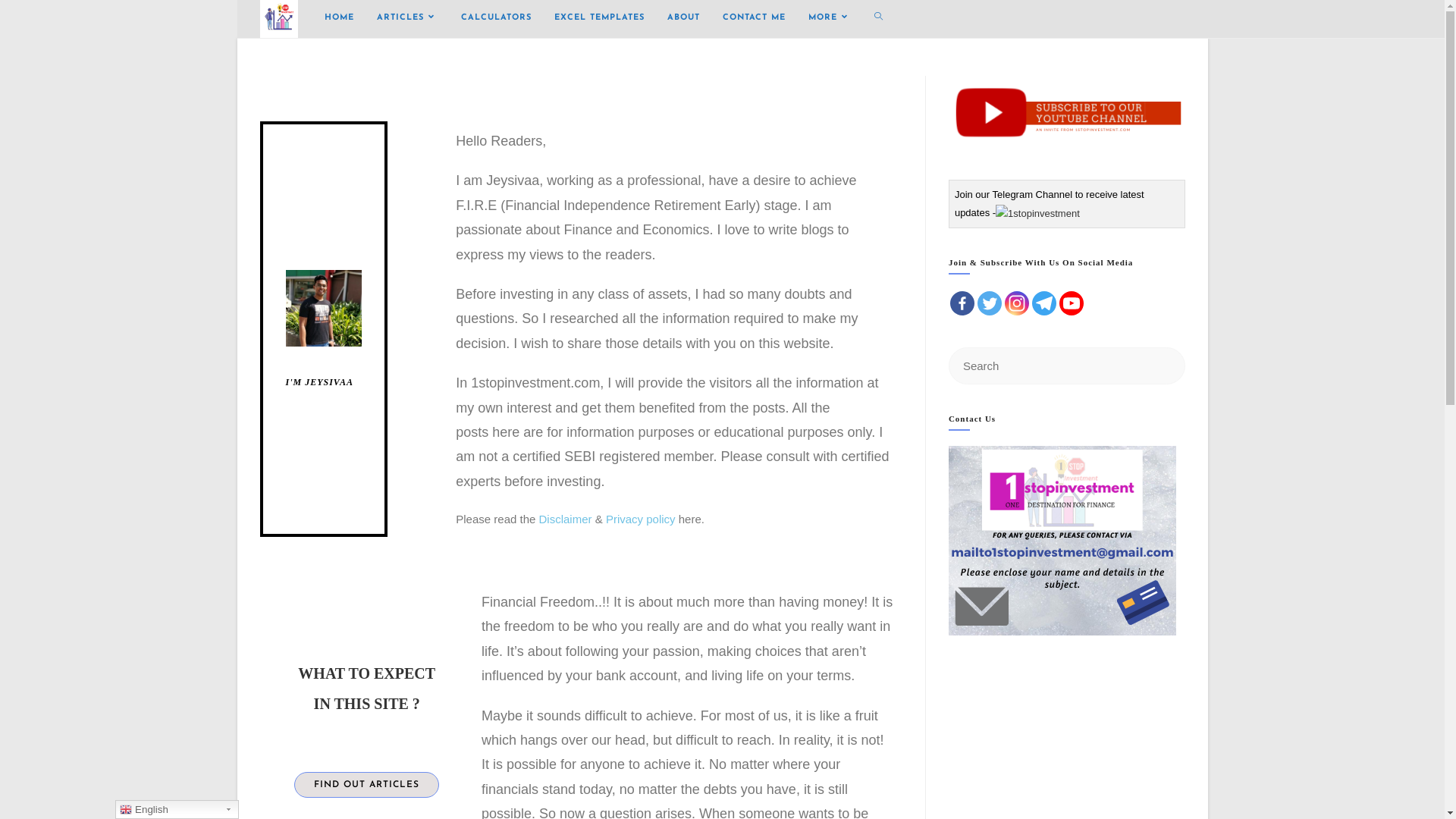 This screenshot has width=1456, height=819. Describe the element at coordinates (754, 17) in the screenshot. I see `'CONTACT ME'` at that location.